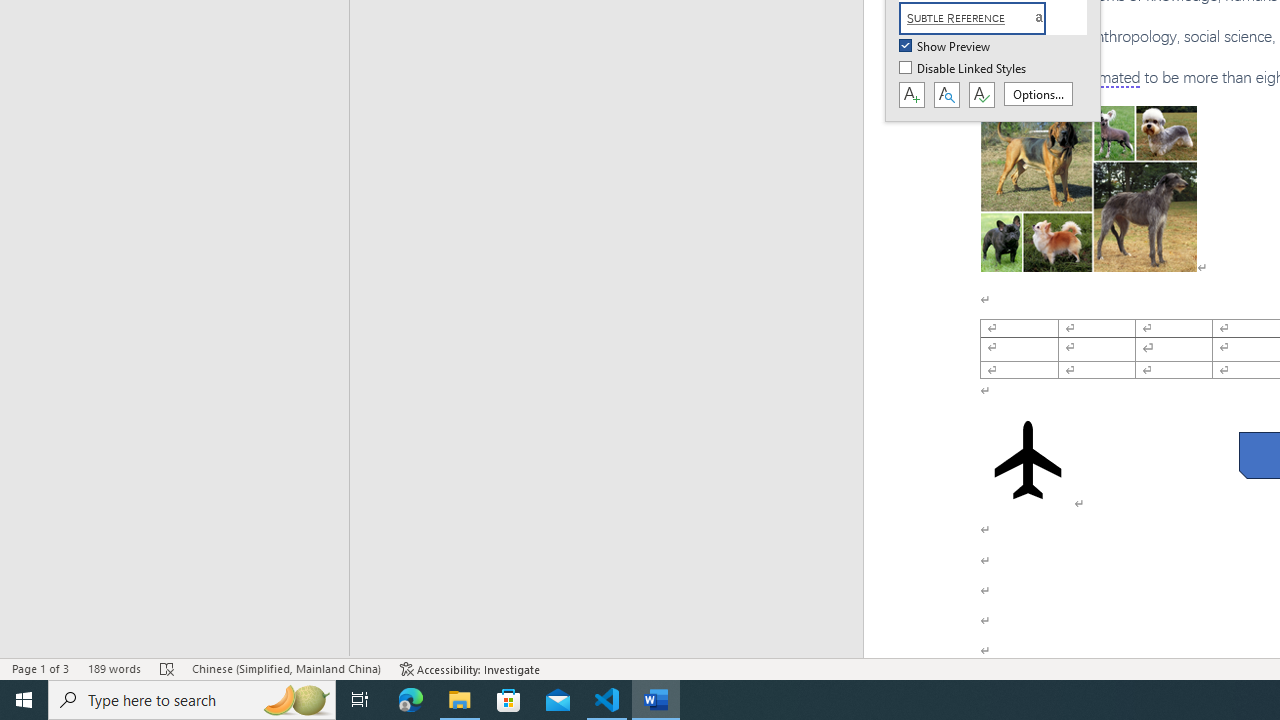 The width and height of the screenshot is (1280, 720). I want to click on 'Class: NetUIButton', so click(981, 95).